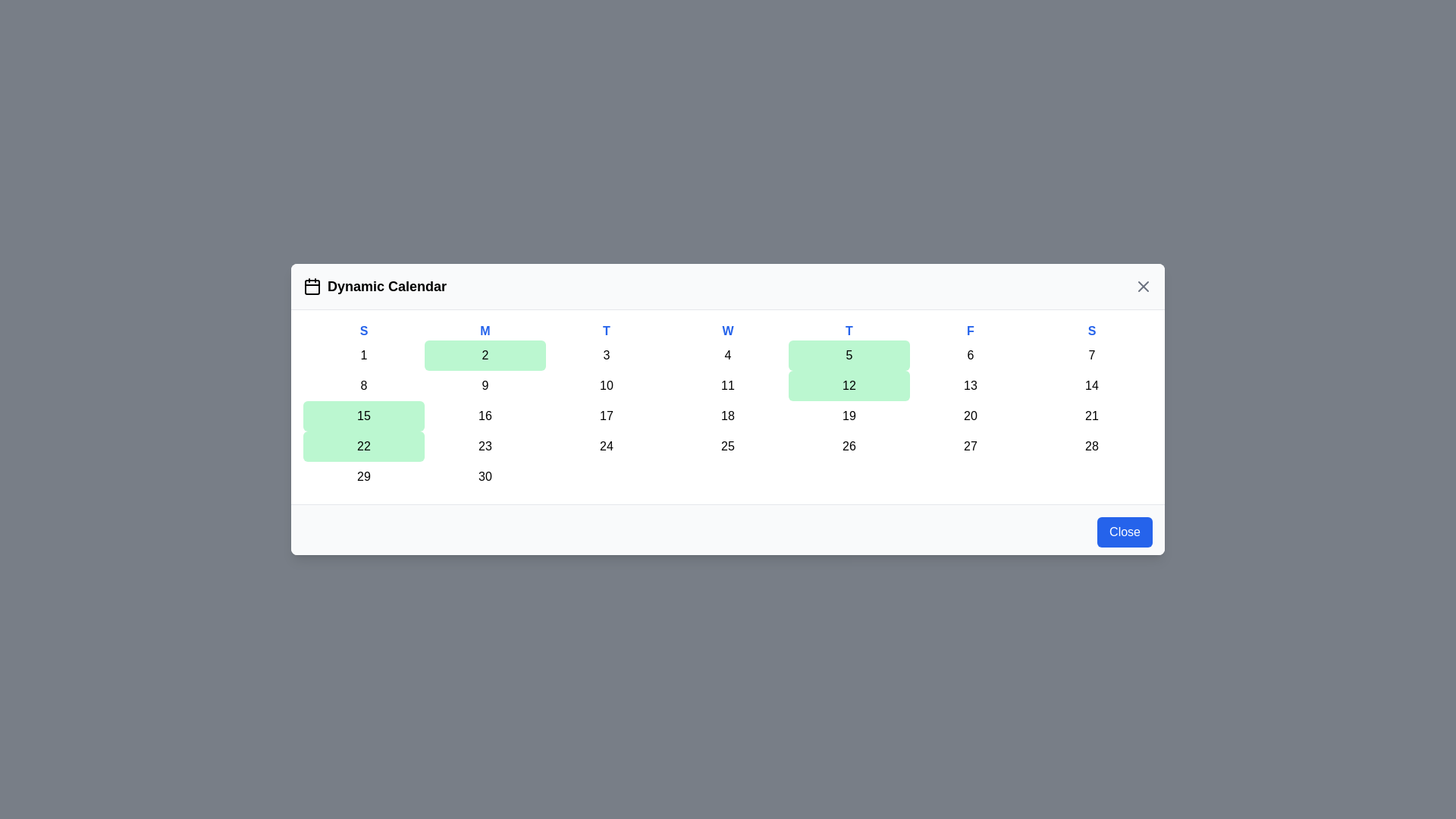 The height and width of the screenshot is (819, 1456). I want to click on the day cell corresponding to 7, so click(1092, 356).